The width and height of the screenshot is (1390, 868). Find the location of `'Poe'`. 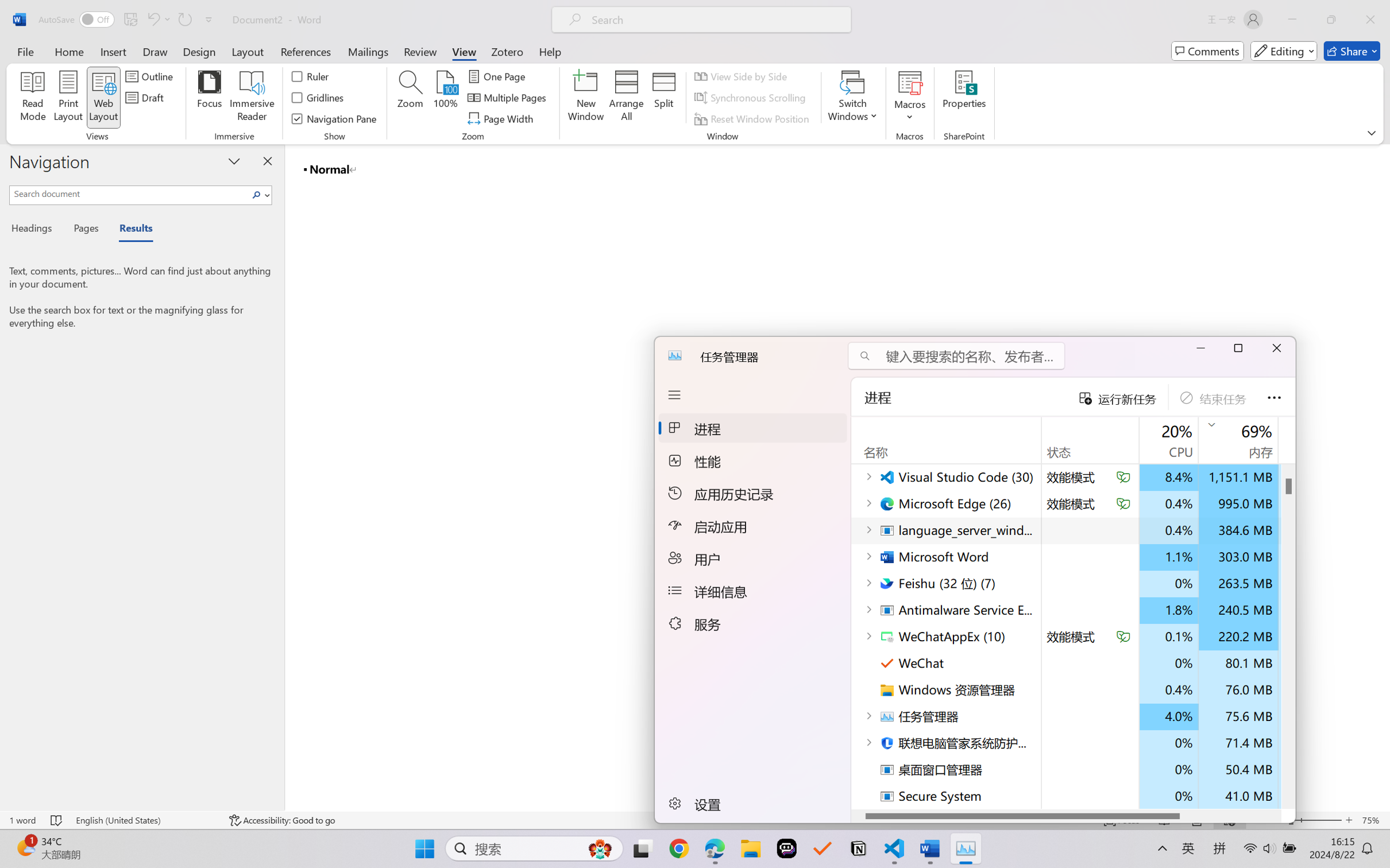

'Poe' is located at coordinates (786, 848).